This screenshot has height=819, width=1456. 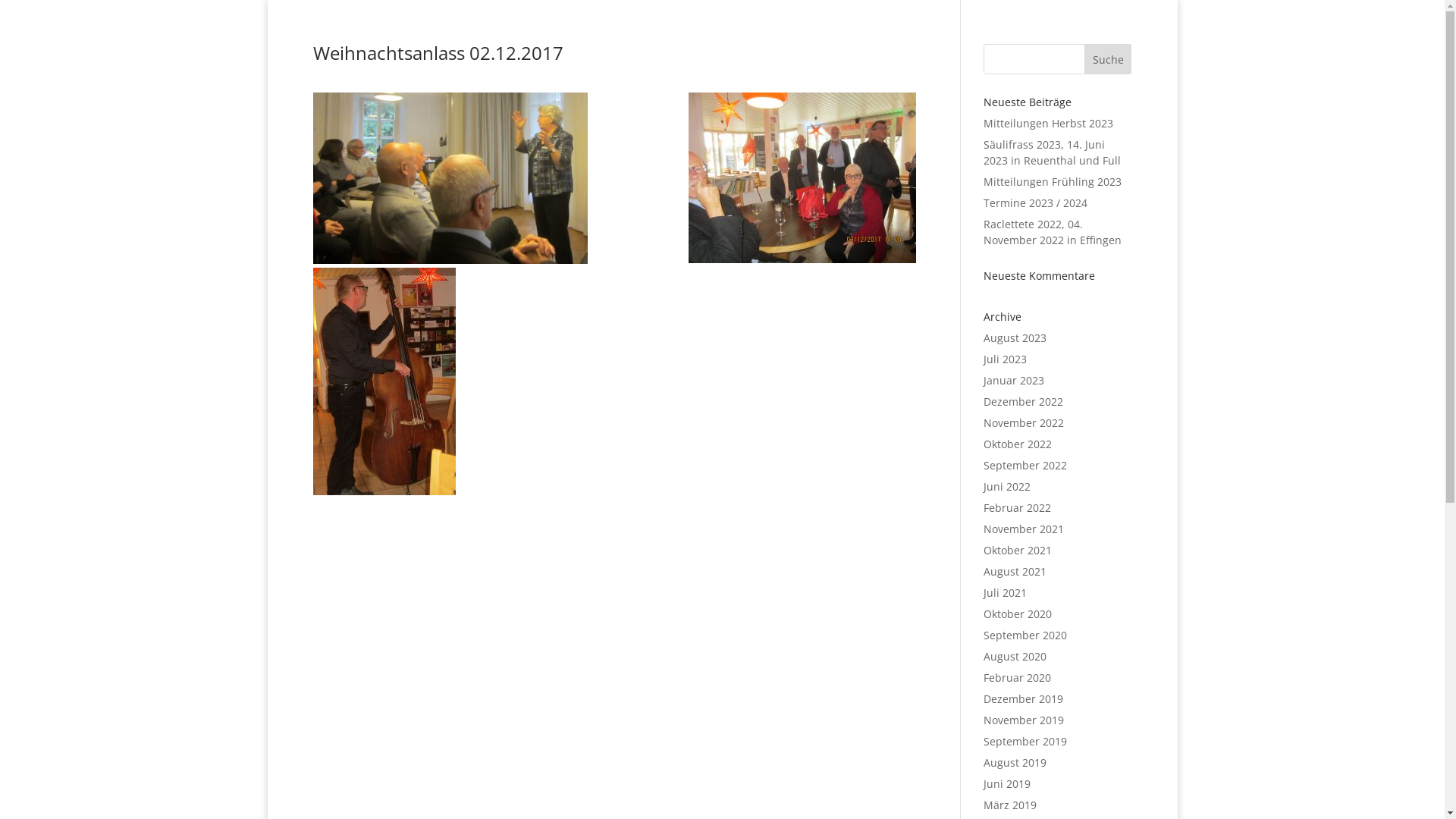 What do you see at coordinates (983, 122) in the screenshot?
I see `'Mitteilungen Herbst 2023'` at bounding box center [983, 122].